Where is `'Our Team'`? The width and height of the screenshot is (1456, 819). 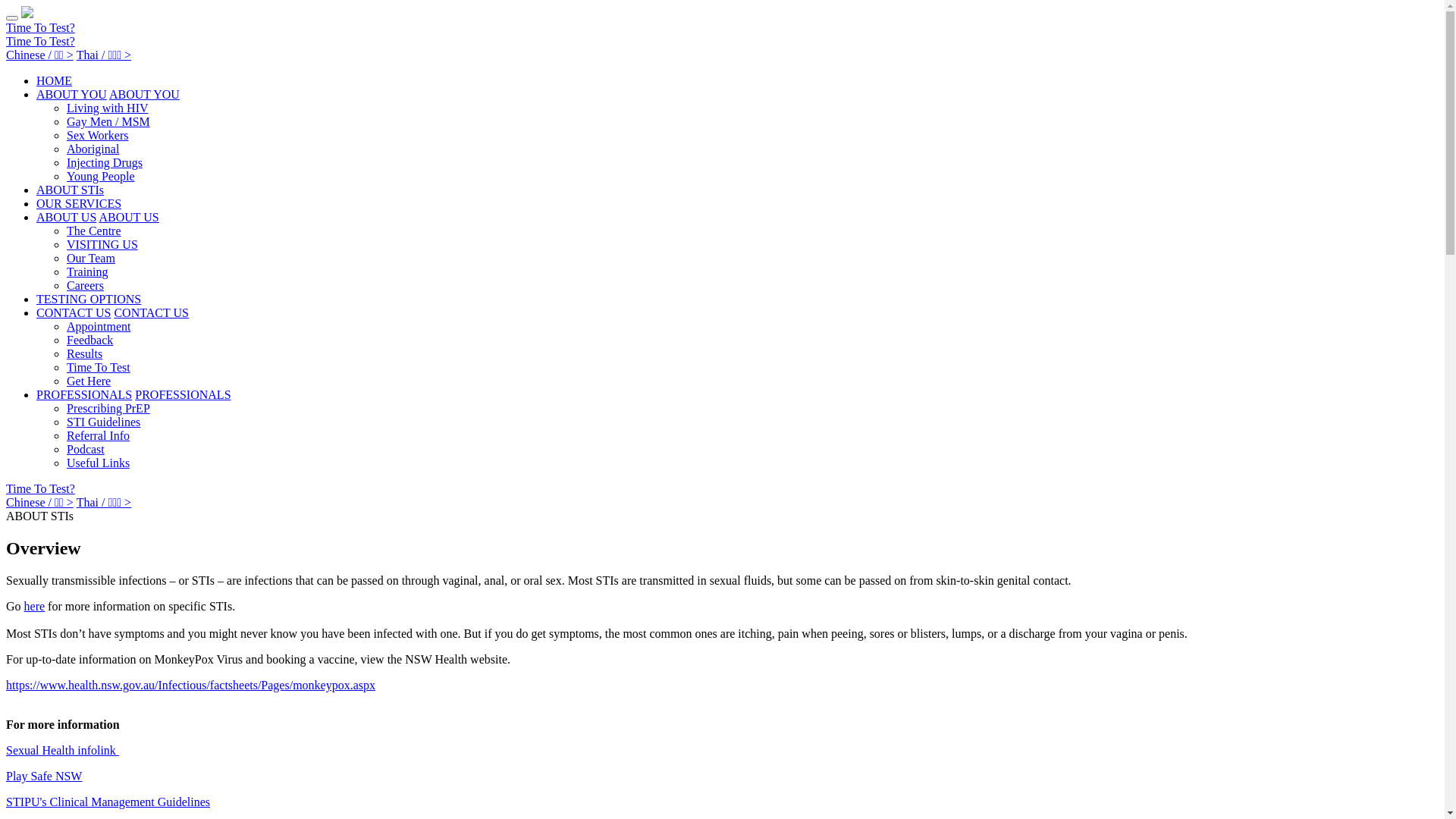 'Our Team' is located at coordinates (90, 257).